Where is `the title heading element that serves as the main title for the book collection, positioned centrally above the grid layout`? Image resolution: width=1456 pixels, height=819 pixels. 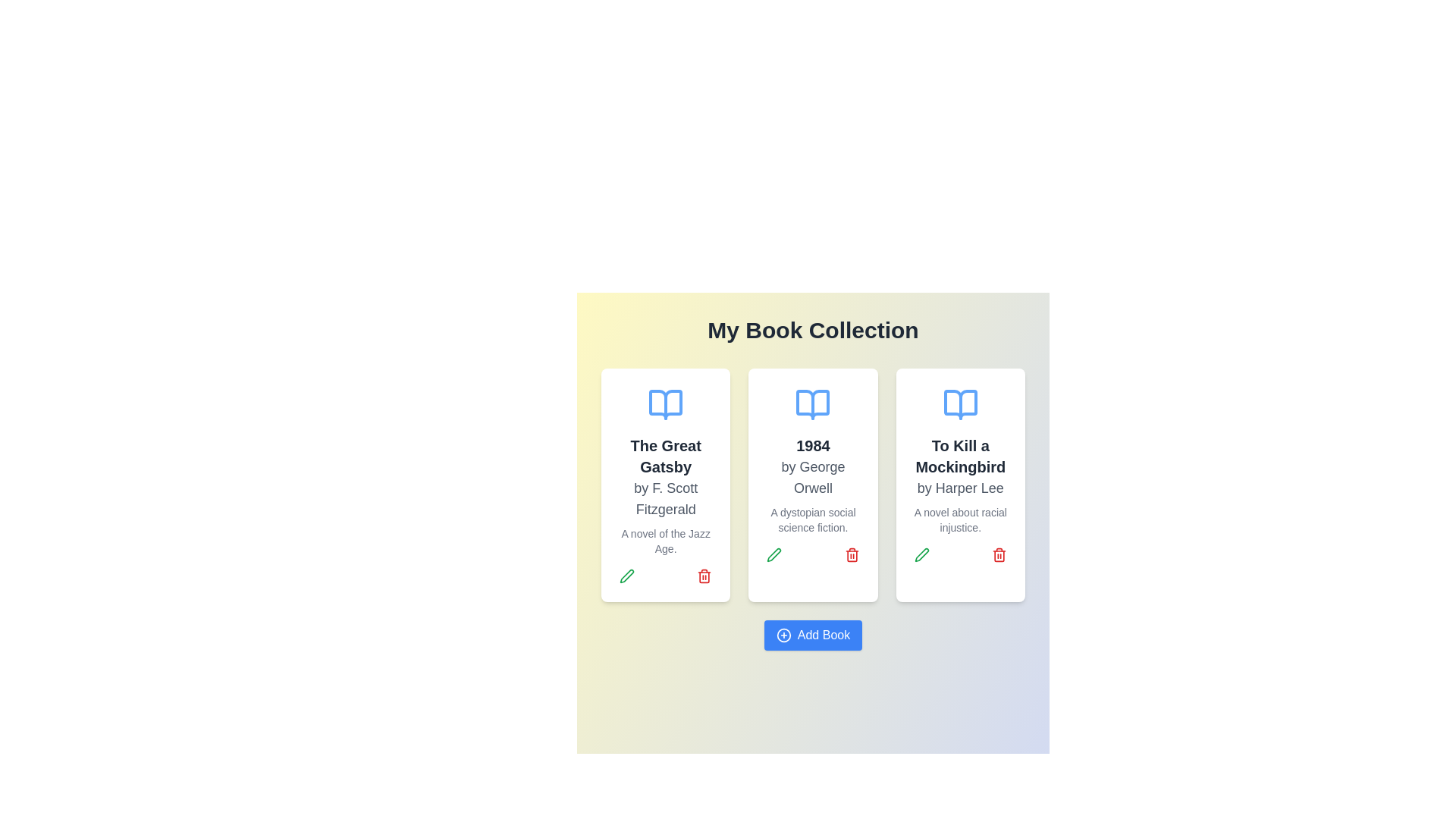
the title heading element that serves as the main title for the book collection, positioned centrally above the grid layout is located at coordinates (812, 329).